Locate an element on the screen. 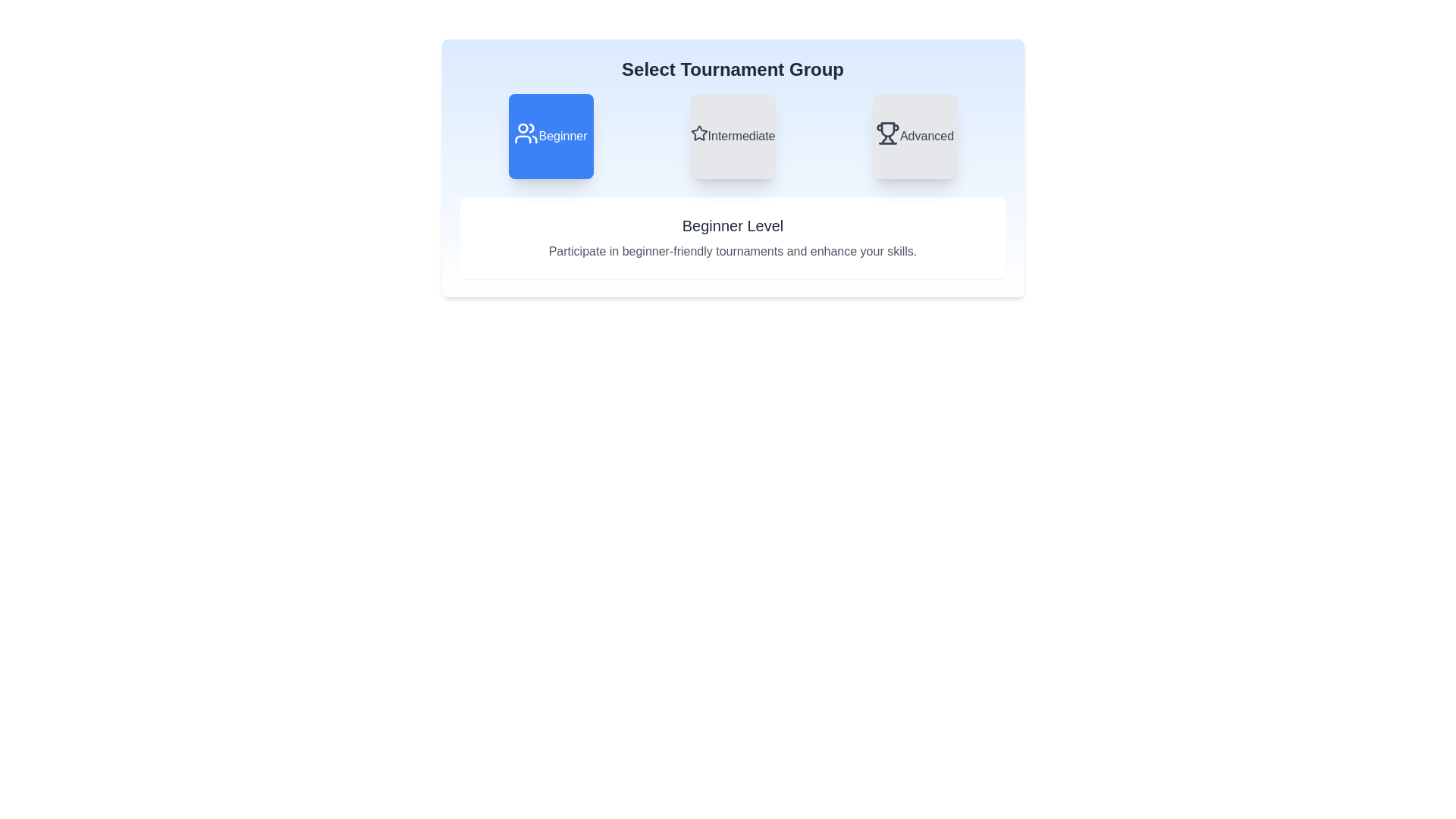 The width and height of the screenshot is (1456, 819). text label that says 'Beginner', which is styled in white over a blue background and is centrally aligned within the leftmost rounded square button is located at coordinates (562, 136).